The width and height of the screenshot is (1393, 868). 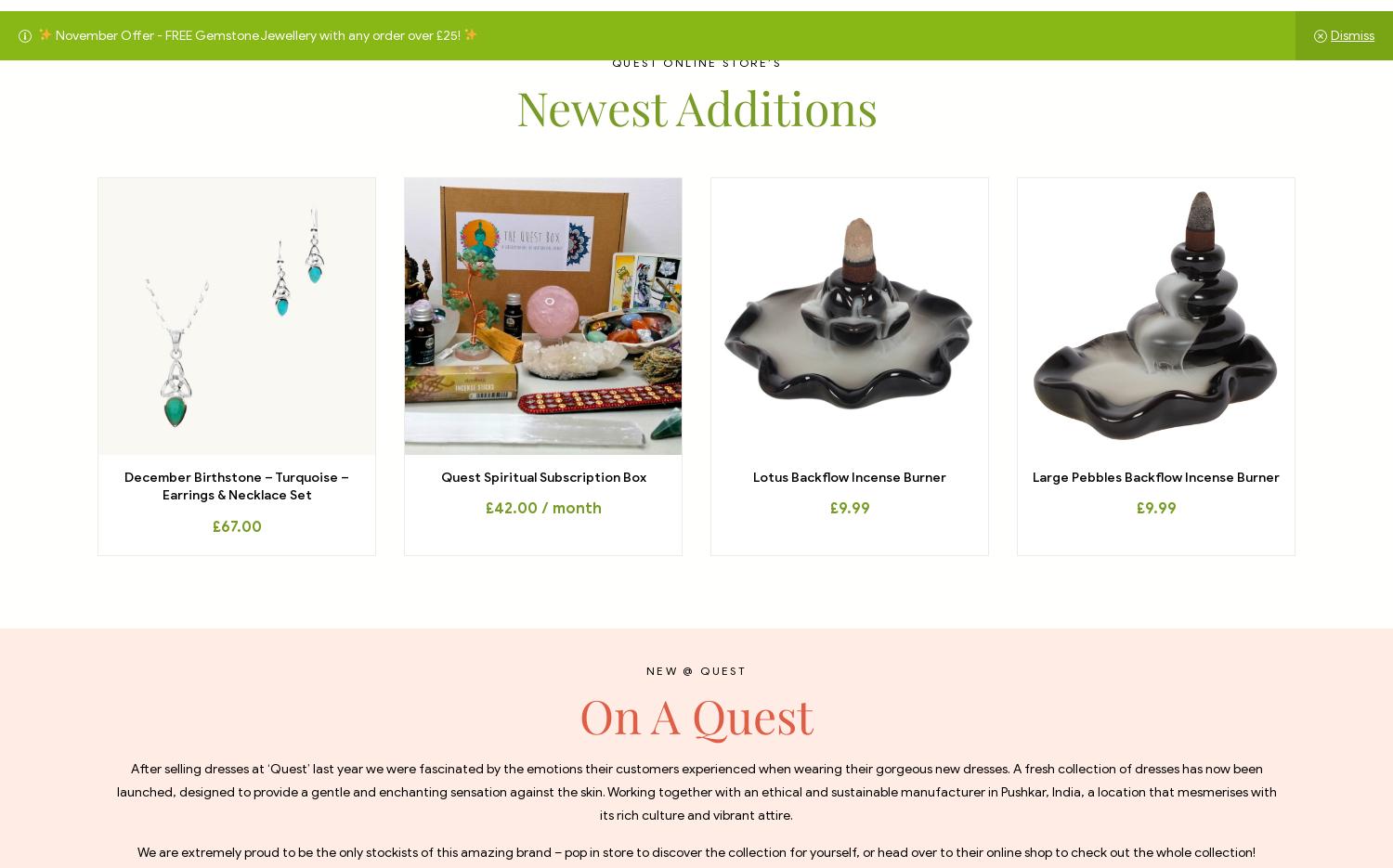 I want to click on 'NEW @ QUEST', so click(x=695, y=669).